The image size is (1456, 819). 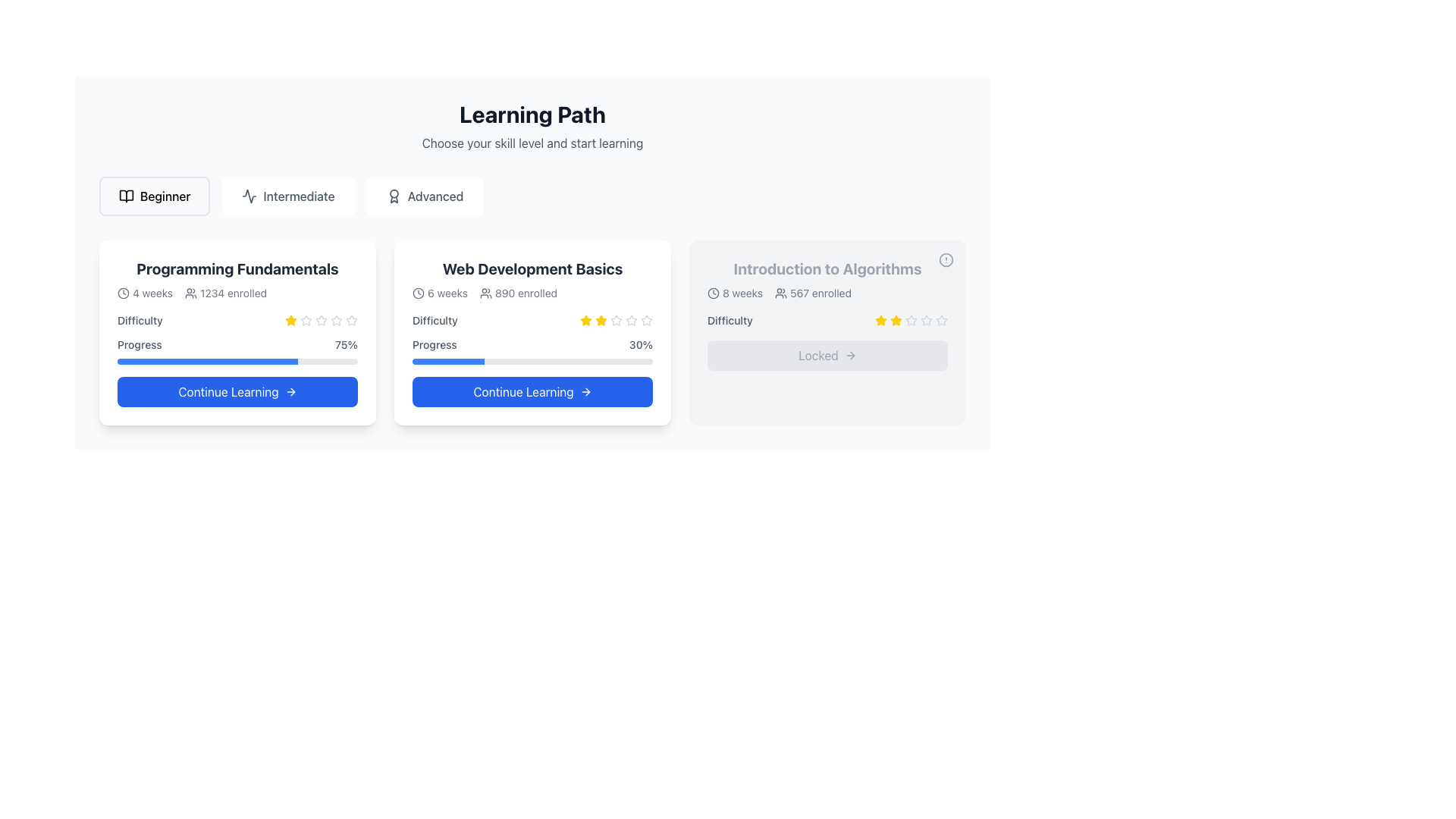 I want to click on the second gray star in the rating system of the 'Web Development Basics' card to rate it, so click(x=616, y=319).